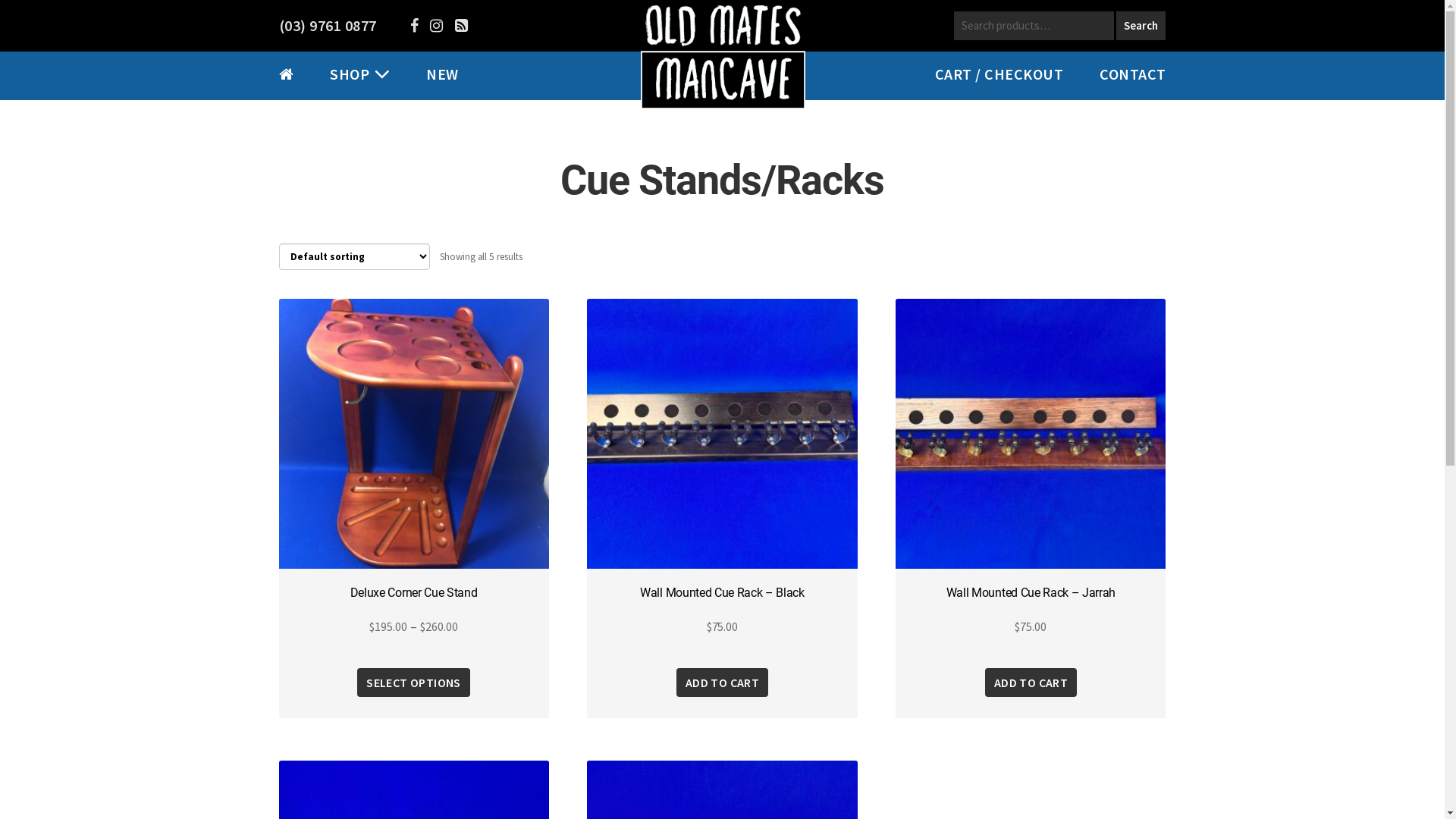 This screenshot has height=819, width=1456. I want to click on '(03) 9761 0877', so click(327, 25).